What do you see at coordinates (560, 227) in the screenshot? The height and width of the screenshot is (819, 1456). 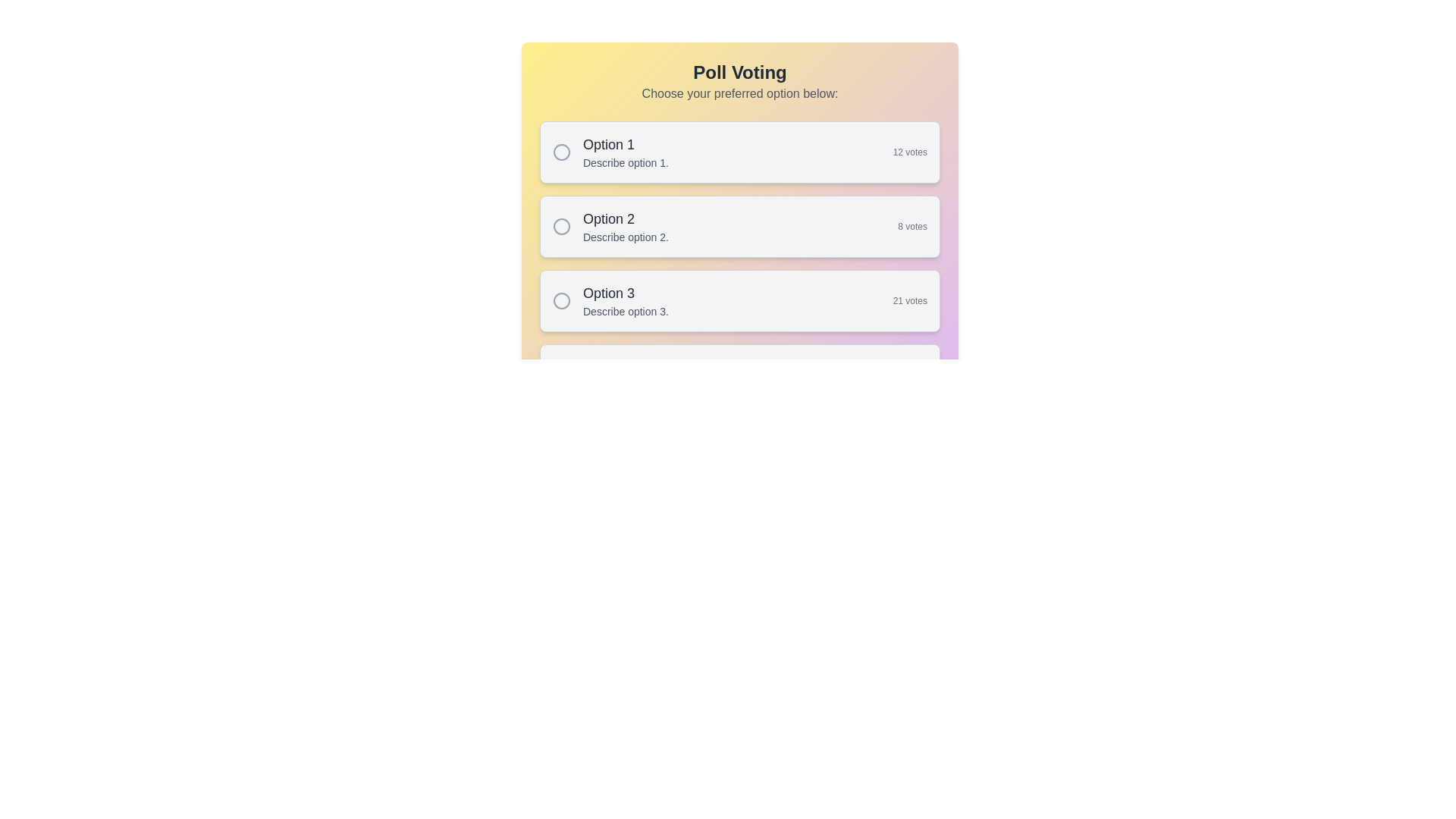 I see `the radio button labeled 'Option 2'` at bounding box center [560, 227].